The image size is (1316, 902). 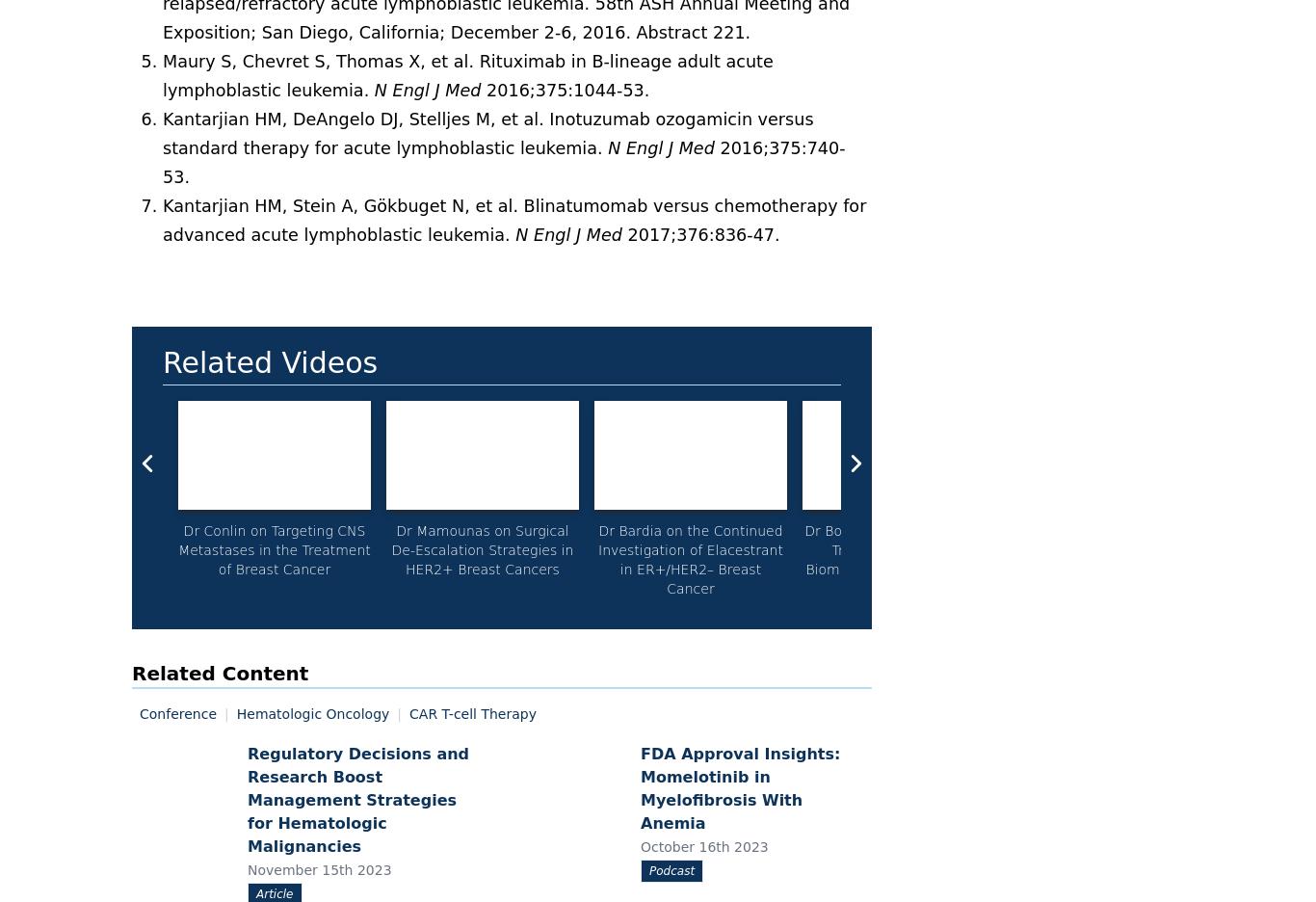 I want to click on 'Dr Conlin on Targeting CNS Metastases in the Treatment of Breast Cancer', so click(x=274, y=548).